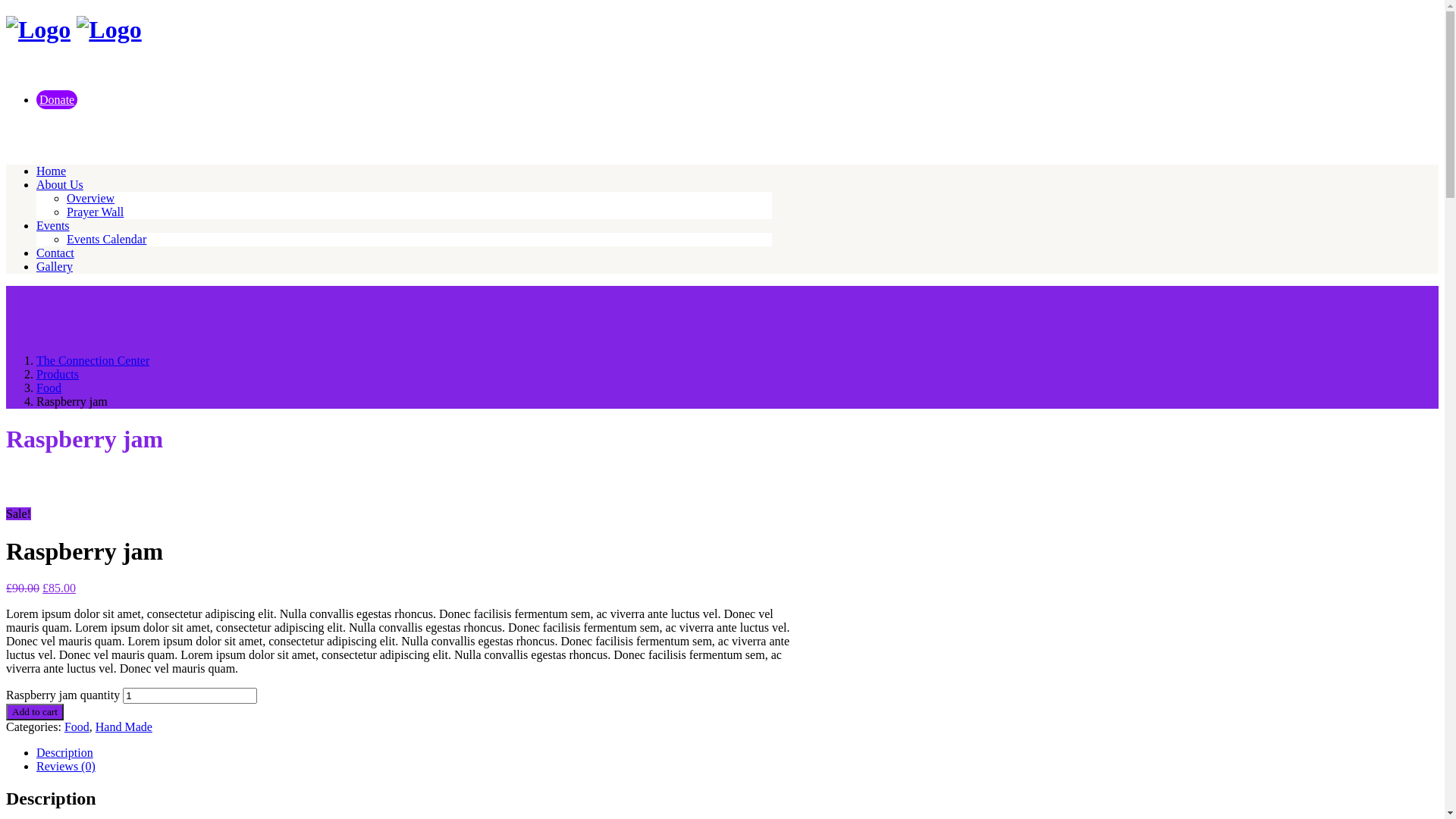 The image size is (1456, 819). What do you see at coordinates (89, 198) in the screenshot?
I see `'Overview'` at bounding box center [89, 198].